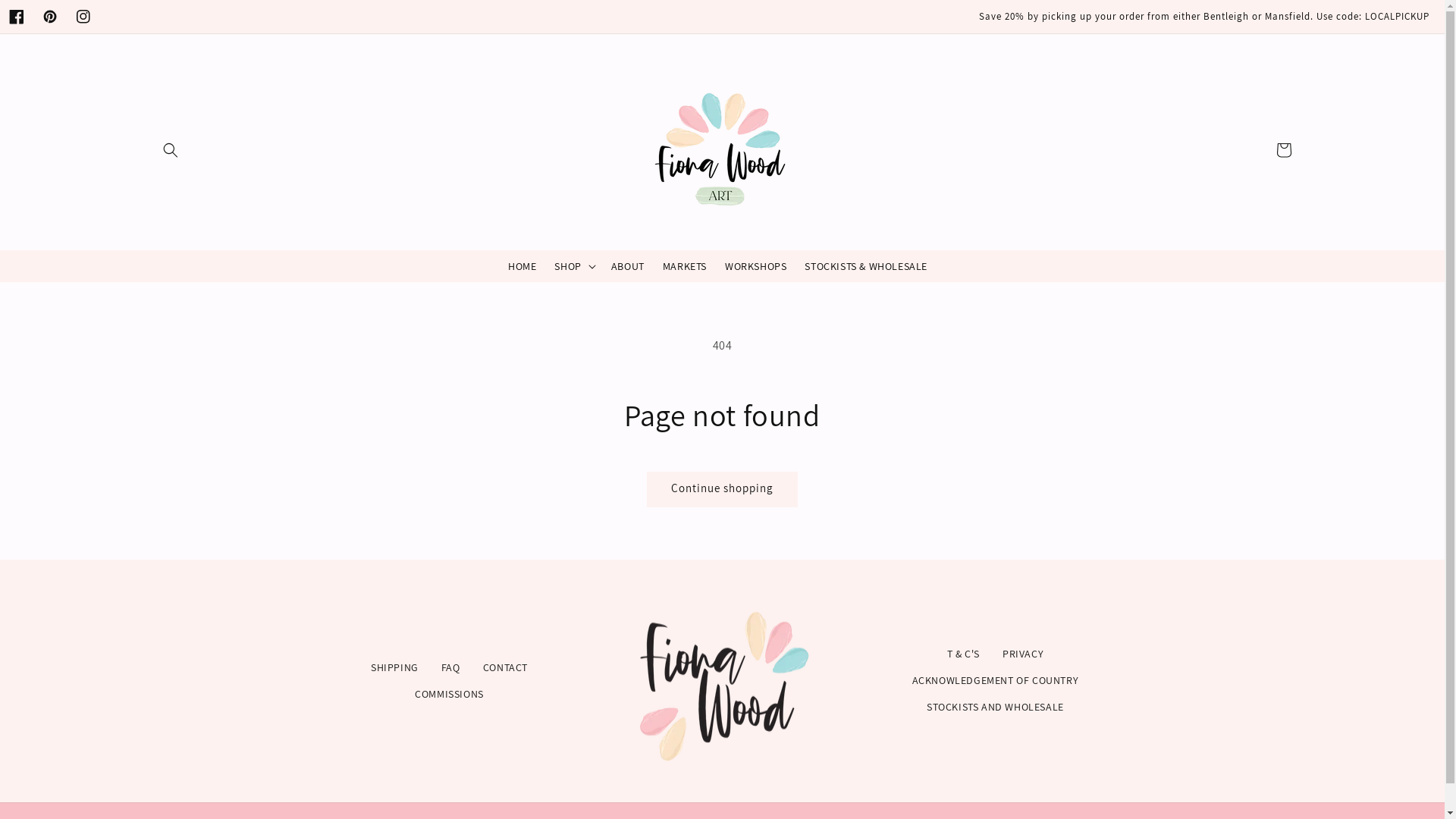  I want to click on 'ABOUT', so click(601, 265).